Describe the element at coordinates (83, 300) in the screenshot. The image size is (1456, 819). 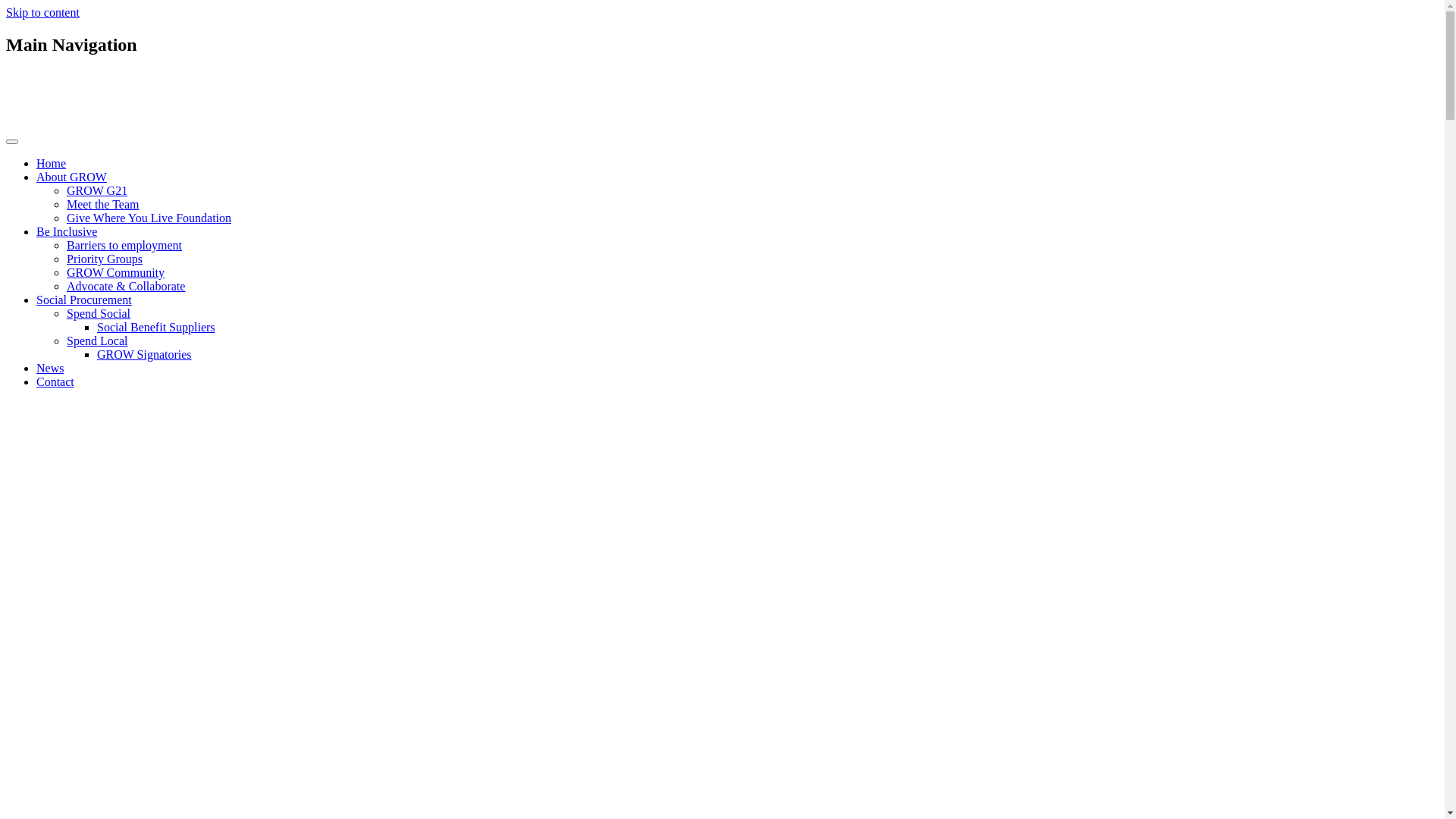
I see `'Social Procurement'` at that location.